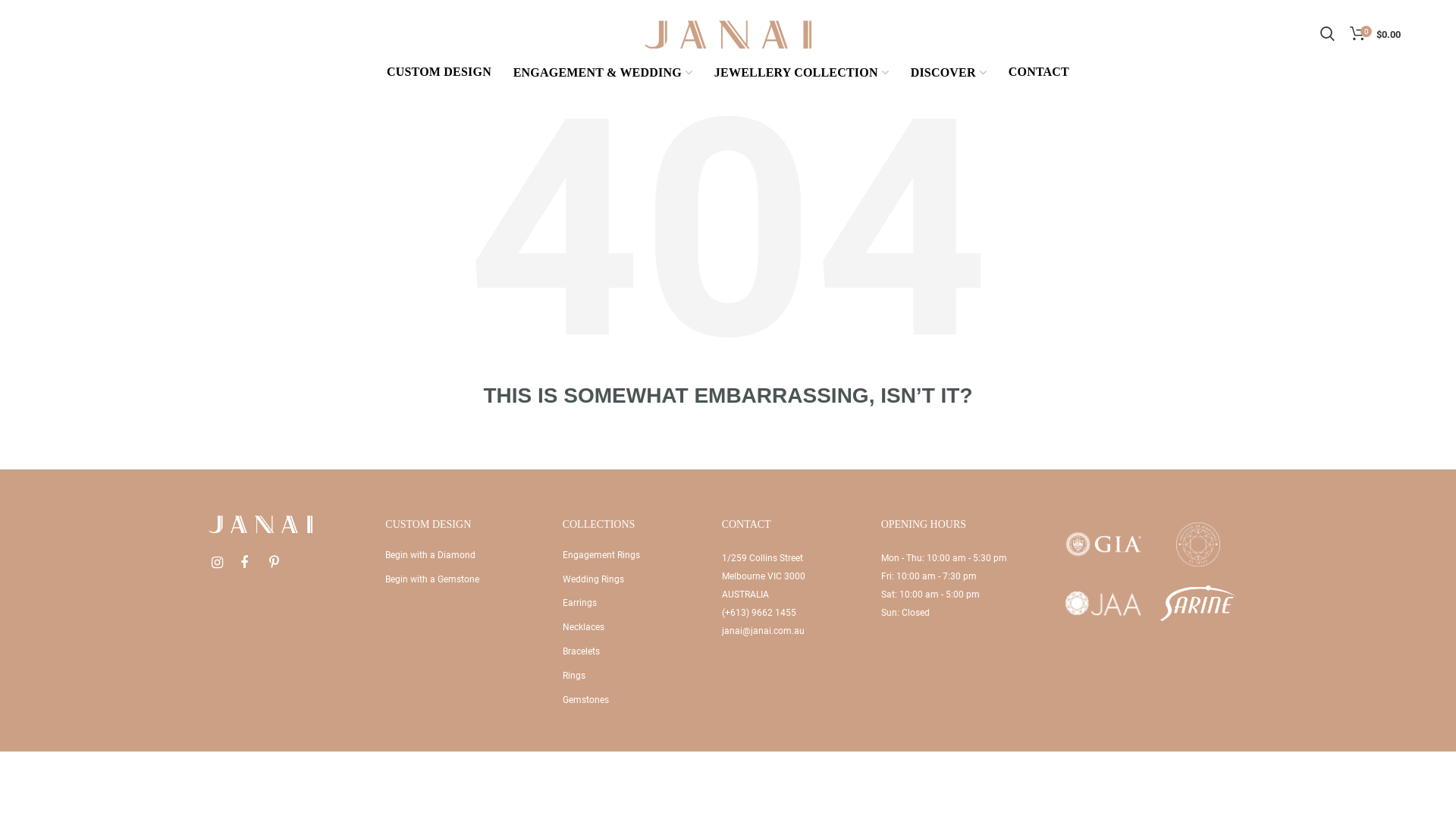  Describe the element at coordinates (573, 675) in the screenshot. I see `'Rings'` at that location.